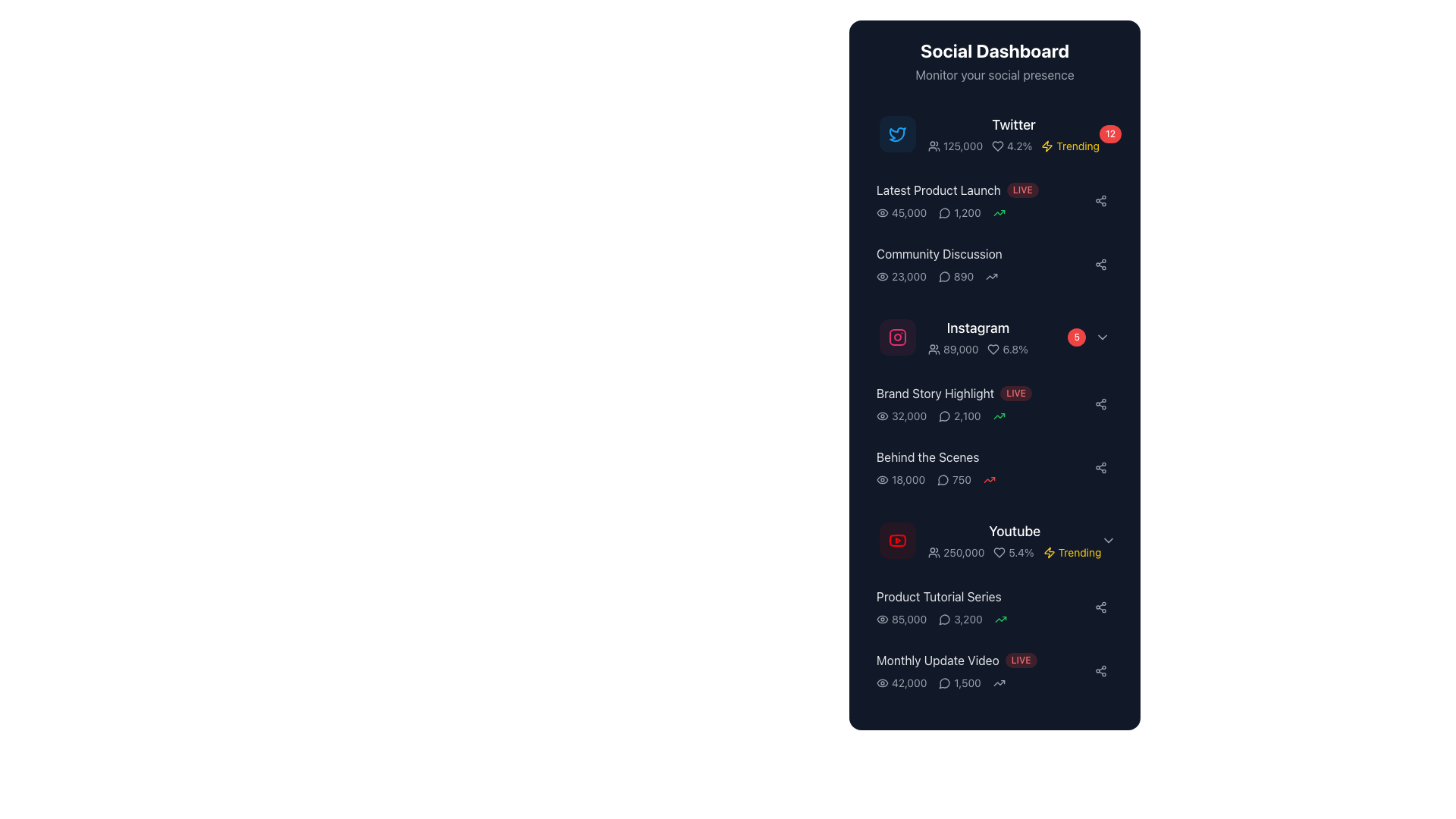  What do you see at coordinates (994, 670) in the screenshot?
I see `stats for the 'Monthly Update Video' card located as the last item in the vertical list below the 'Product Tutorial Series' card` at bounding box center [994, 670].